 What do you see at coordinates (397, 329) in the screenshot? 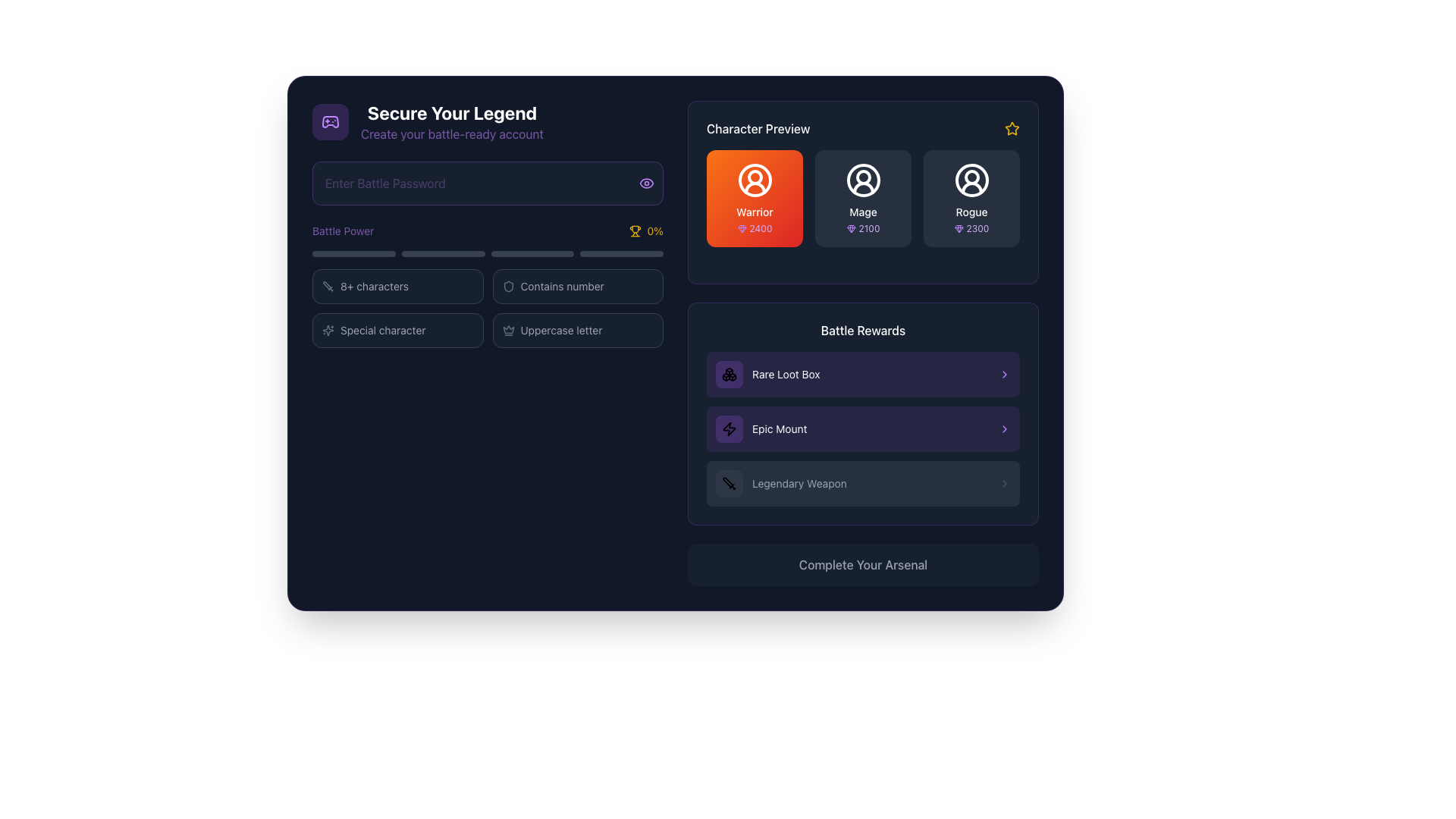
I see `the Label with an icon that contains a star-shaped icon followed by the text 'Special character', located under the 'Battle Power' section, between the '8+ characters' and 'Uppercase letter' boxes` at bounding box center [397, 329].